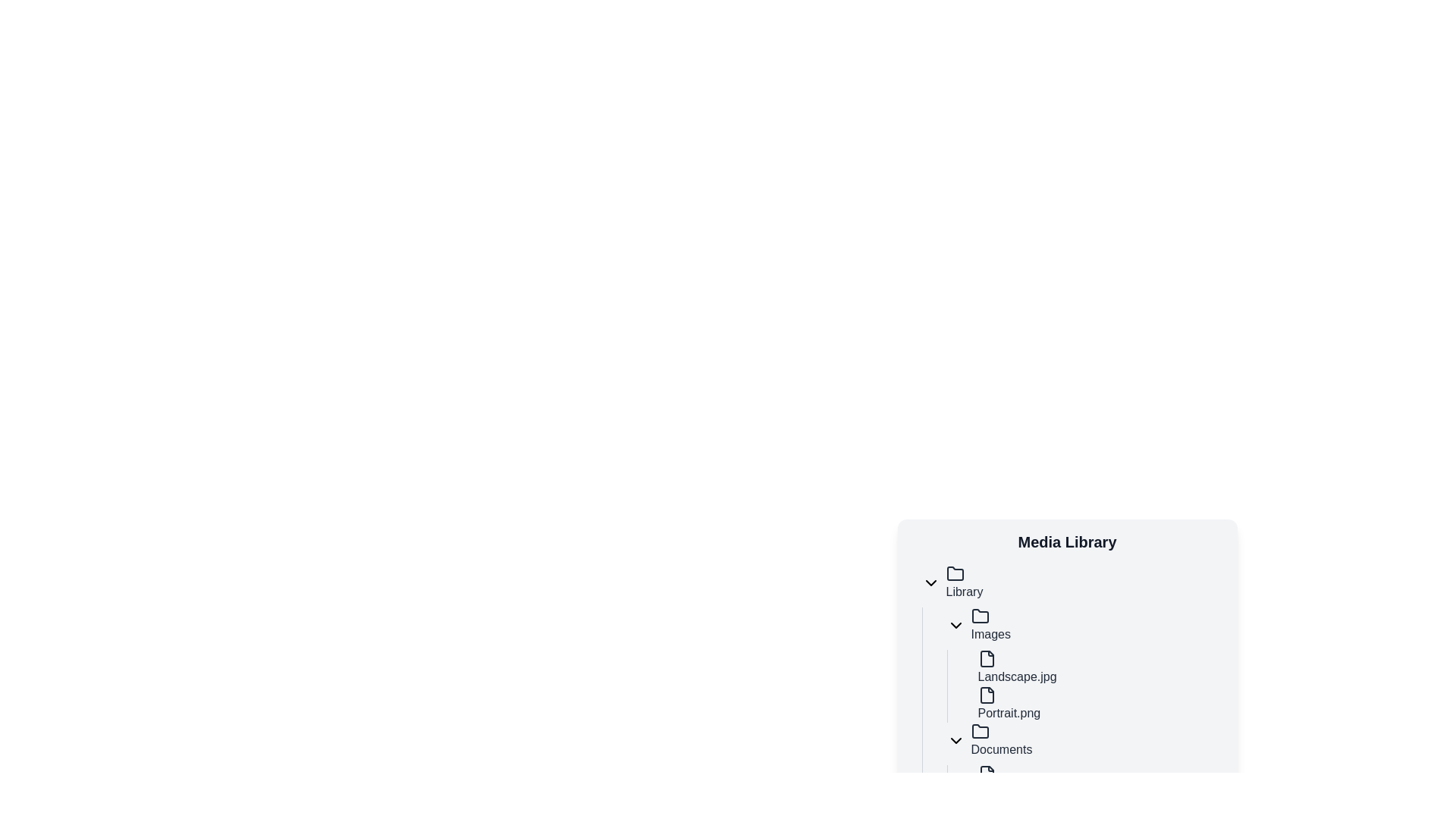 Image resolution: width=1456 pixels, height=819 pixels. Describe the element at coordinates (980, 730) in the screenshot. I see `the folder icon in the 'Documents' section of the file tree` at that location.